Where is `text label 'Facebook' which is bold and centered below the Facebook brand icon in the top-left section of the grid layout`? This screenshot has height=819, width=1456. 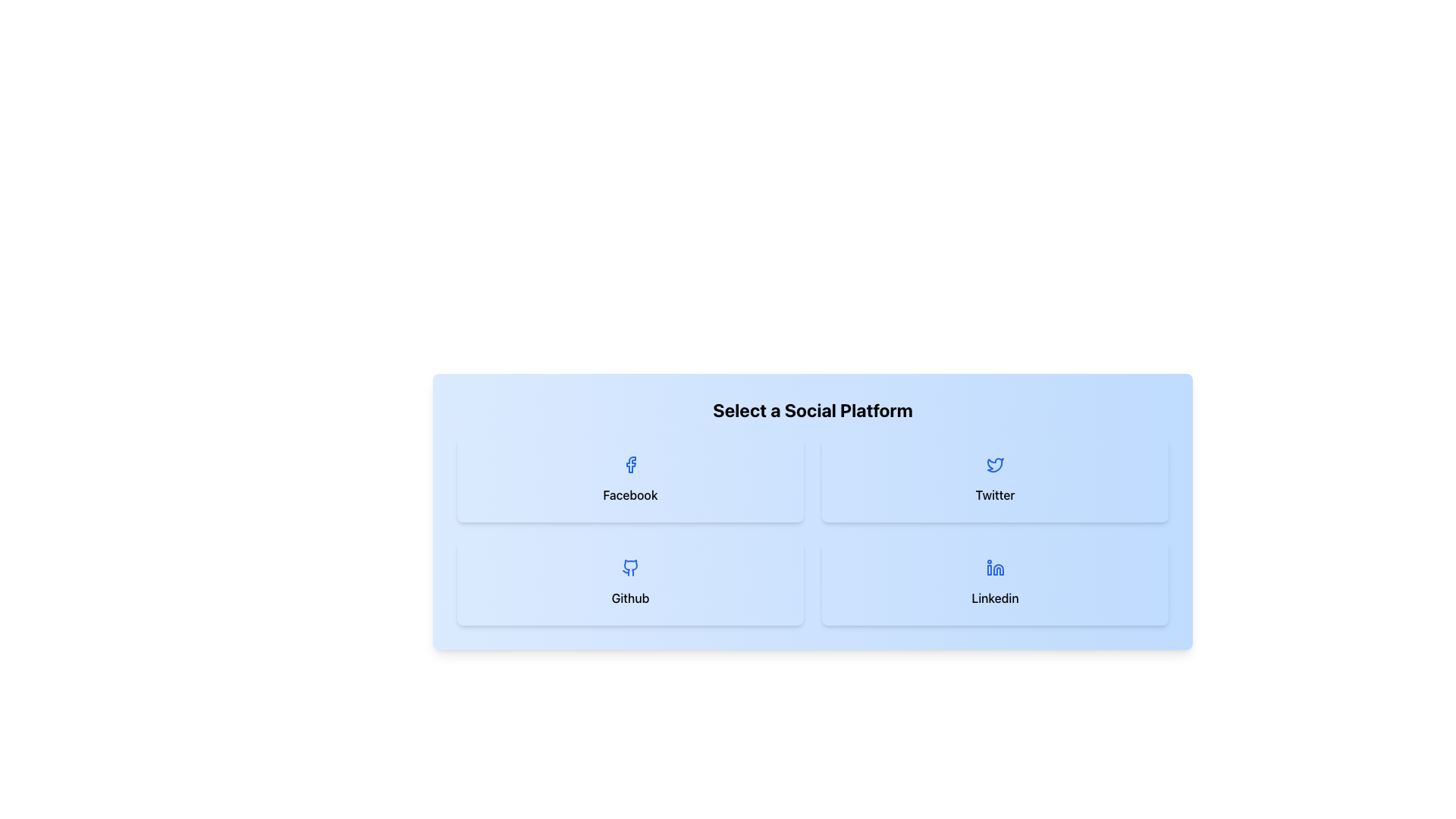
text label 'Facebook' which is bold and centered below the Facebook brand icon in the top-left section of the grid layout is located at coordinates (630, 494).